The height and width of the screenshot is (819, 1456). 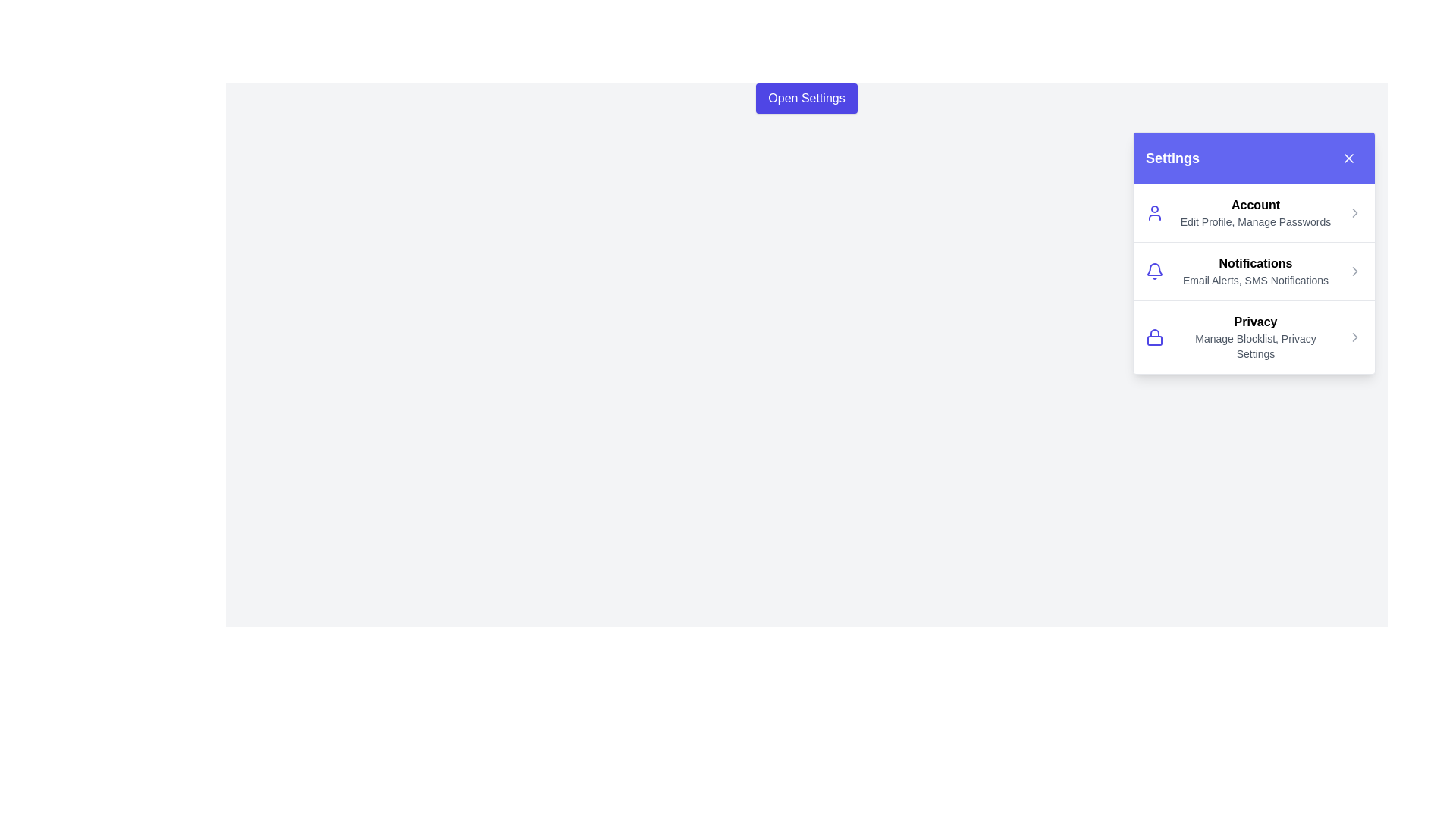 I want to click on the close button with an 'X' icon located at the top-right corner of the 'Settings' popup, so click(x=1349, y=158).